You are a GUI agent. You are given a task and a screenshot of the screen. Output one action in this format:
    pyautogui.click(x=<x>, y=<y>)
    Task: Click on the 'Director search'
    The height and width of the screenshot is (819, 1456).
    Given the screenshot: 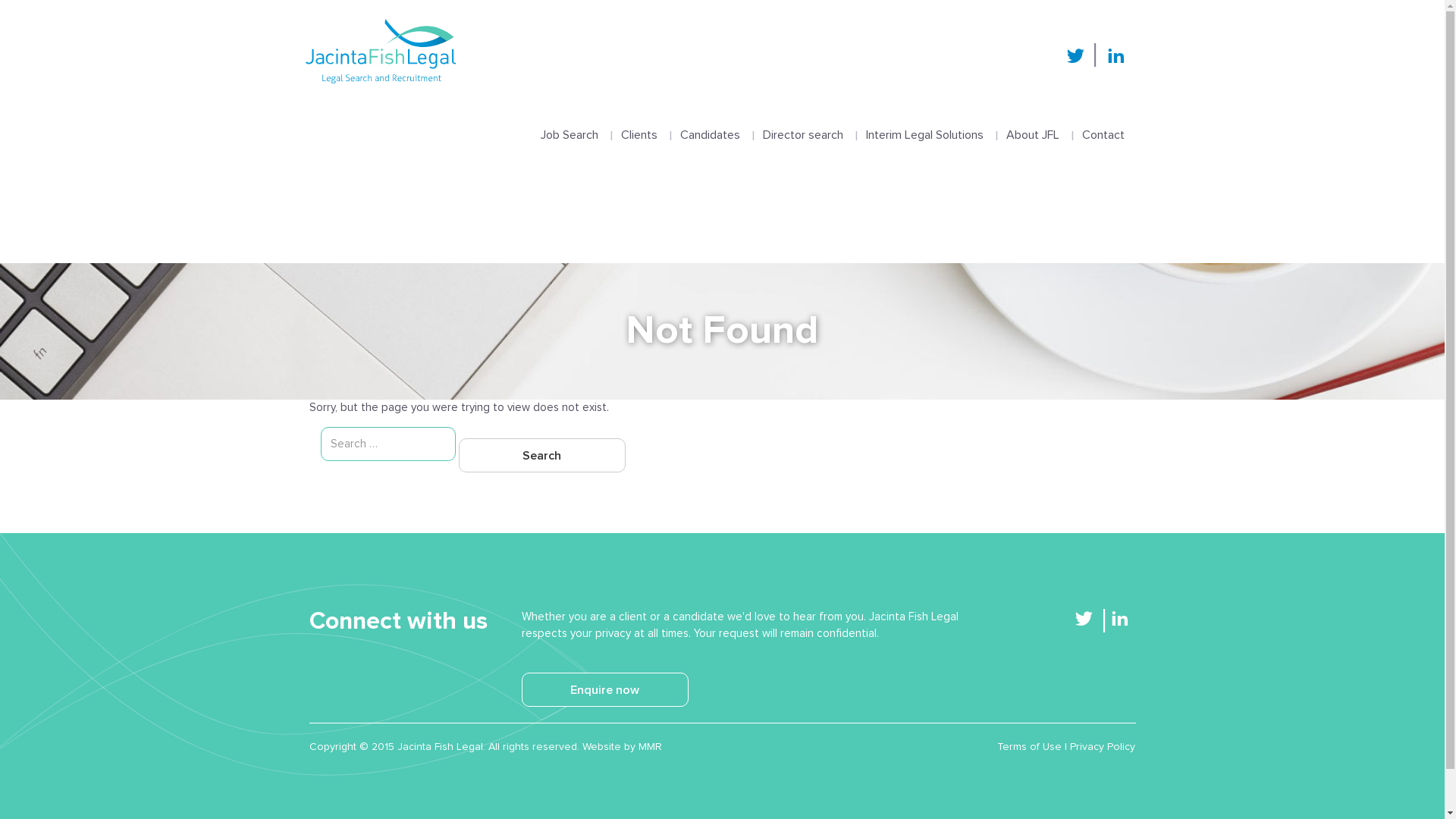 What is the action you would take?
    pyautogui.click(x=801, y=119)
    